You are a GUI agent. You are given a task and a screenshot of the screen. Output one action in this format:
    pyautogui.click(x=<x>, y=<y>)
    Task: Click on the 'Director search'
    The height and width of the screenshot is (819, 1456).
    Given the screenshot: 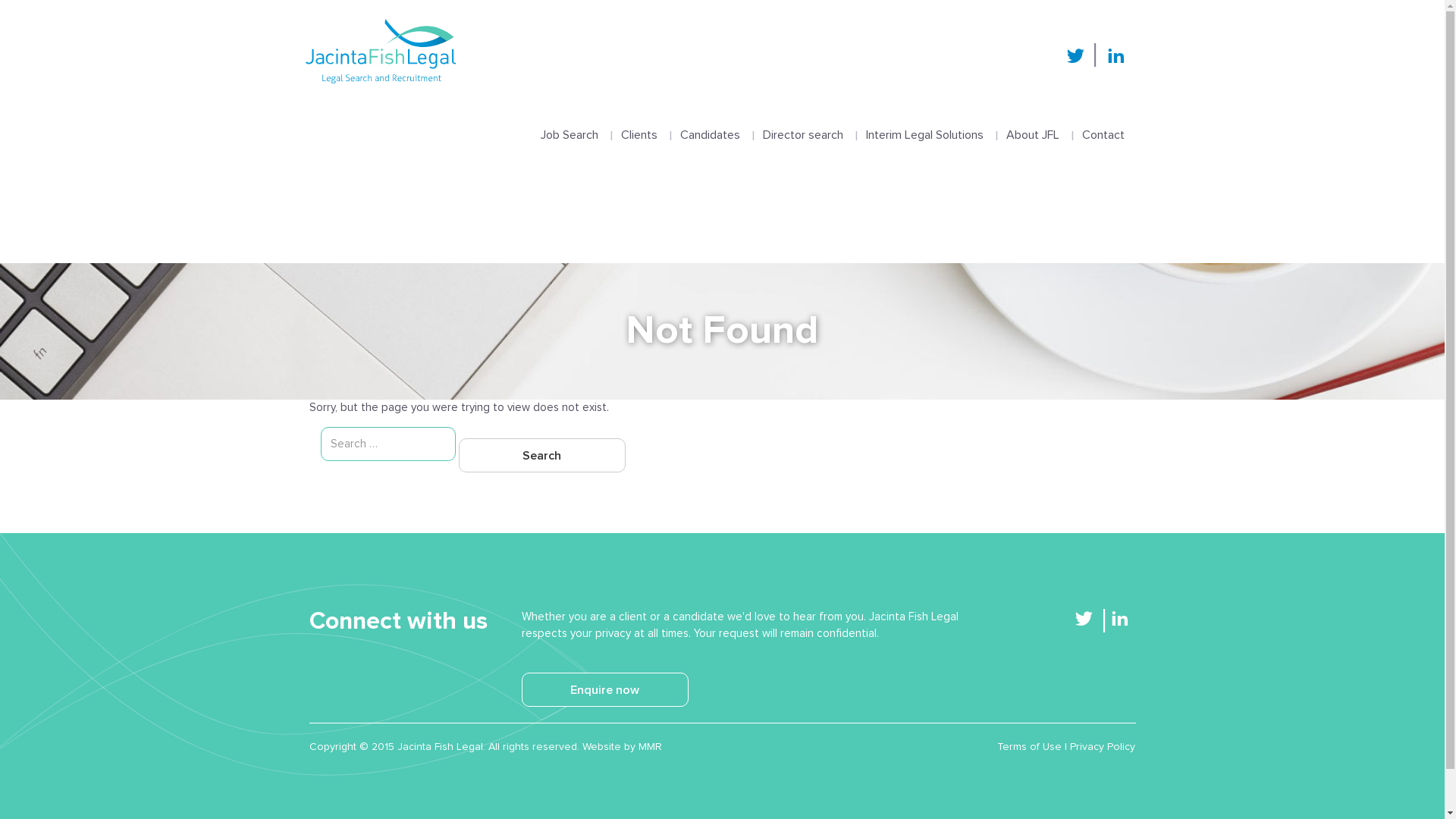 What is the action you would take?
    pyautogui.click(x=801, y=119)
    